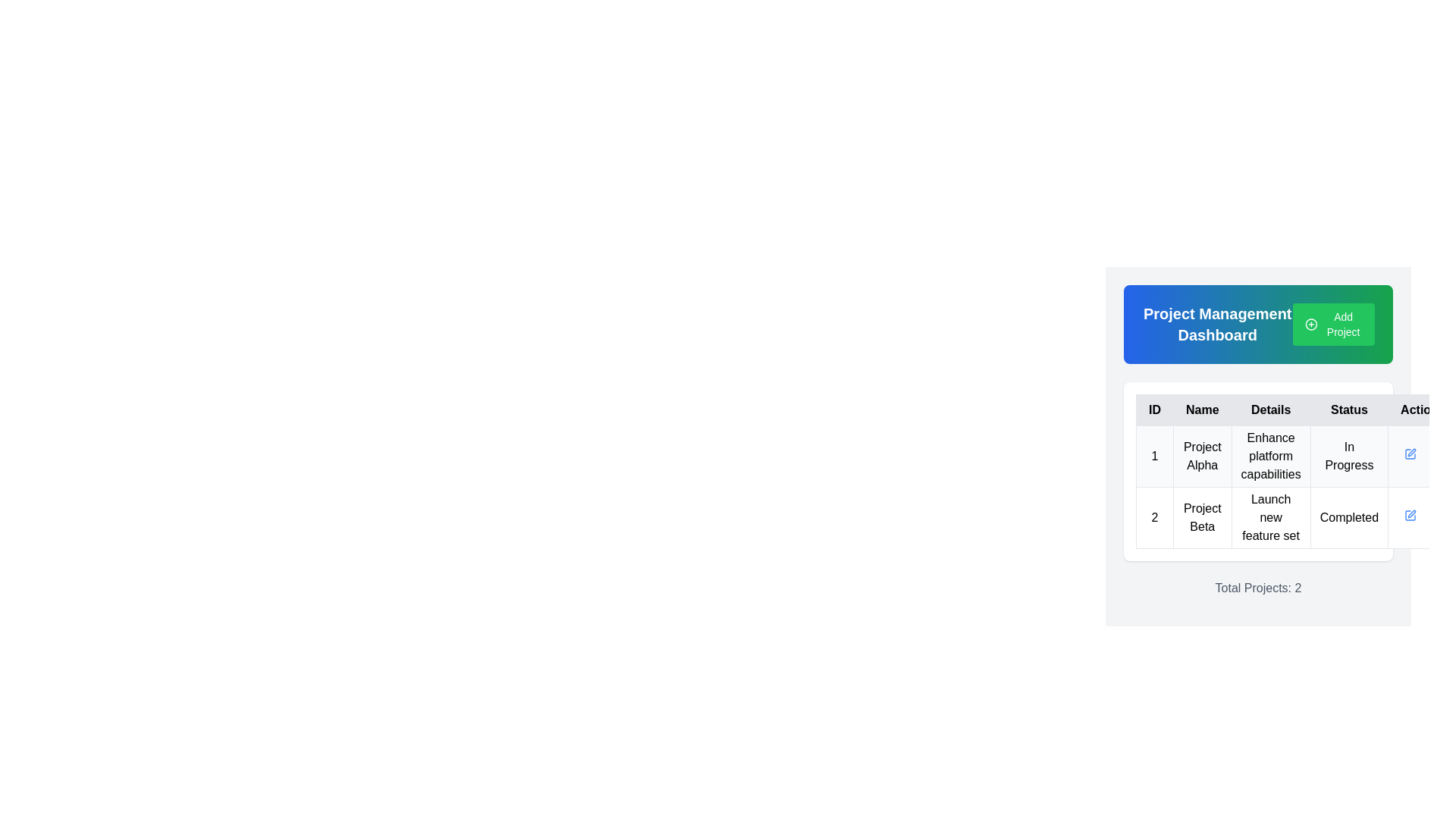 The height and width of the screenshot is (819, 1456). Describe the element at coordinates (1310, 324) in the screenshot. I see `the circular plus sign icon inside the green 'Add Project' button located in the upper right corner of the Project Management Dashboard` at that location.